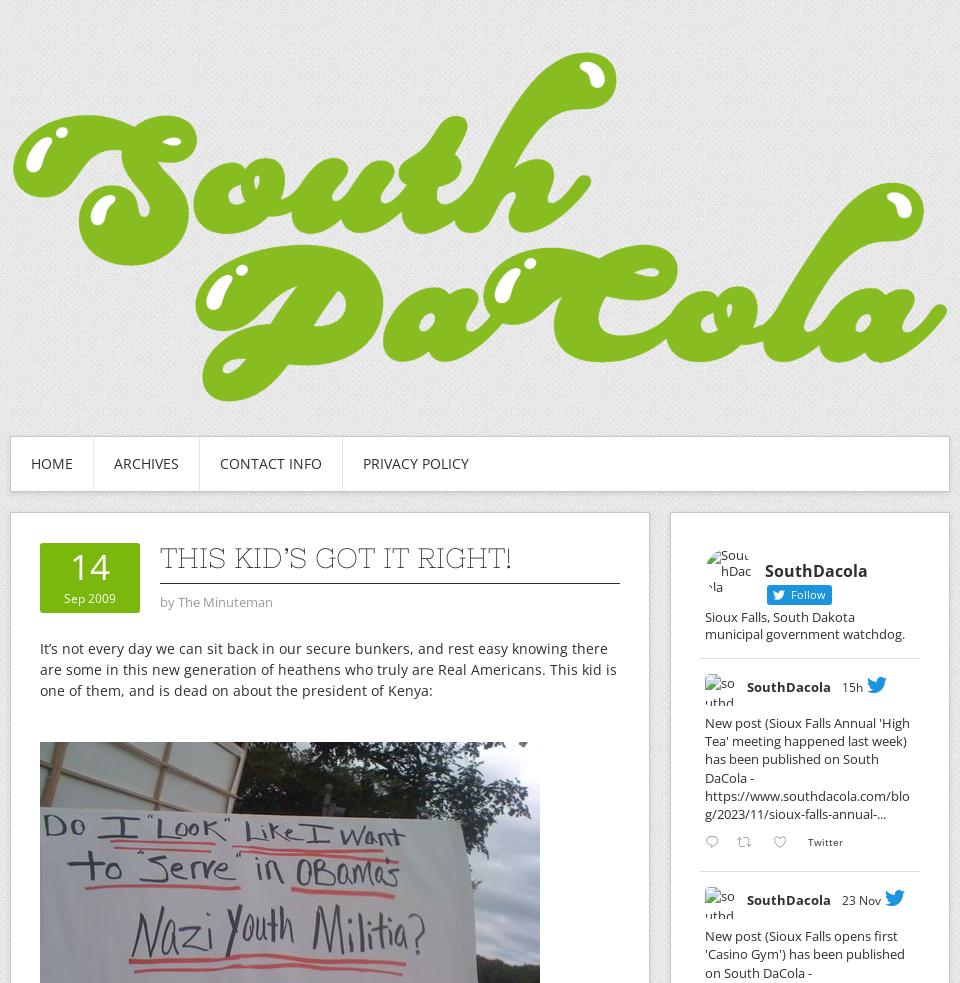  Describe the element at coordinates (851, 686) in the screenshot. I see `'15h'` at that location.